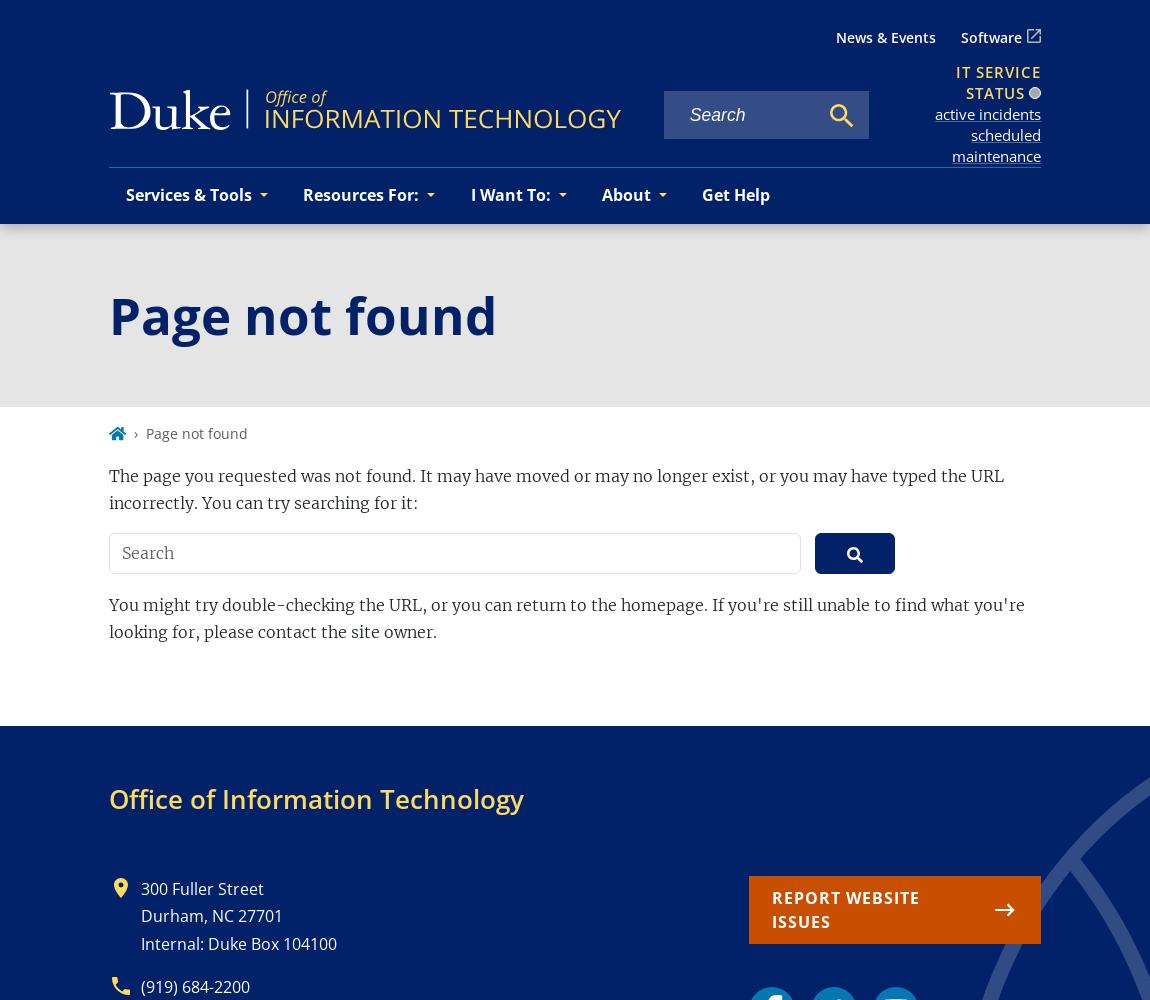  I want to click on 'Durham, NC 27701', so click(210, 916).